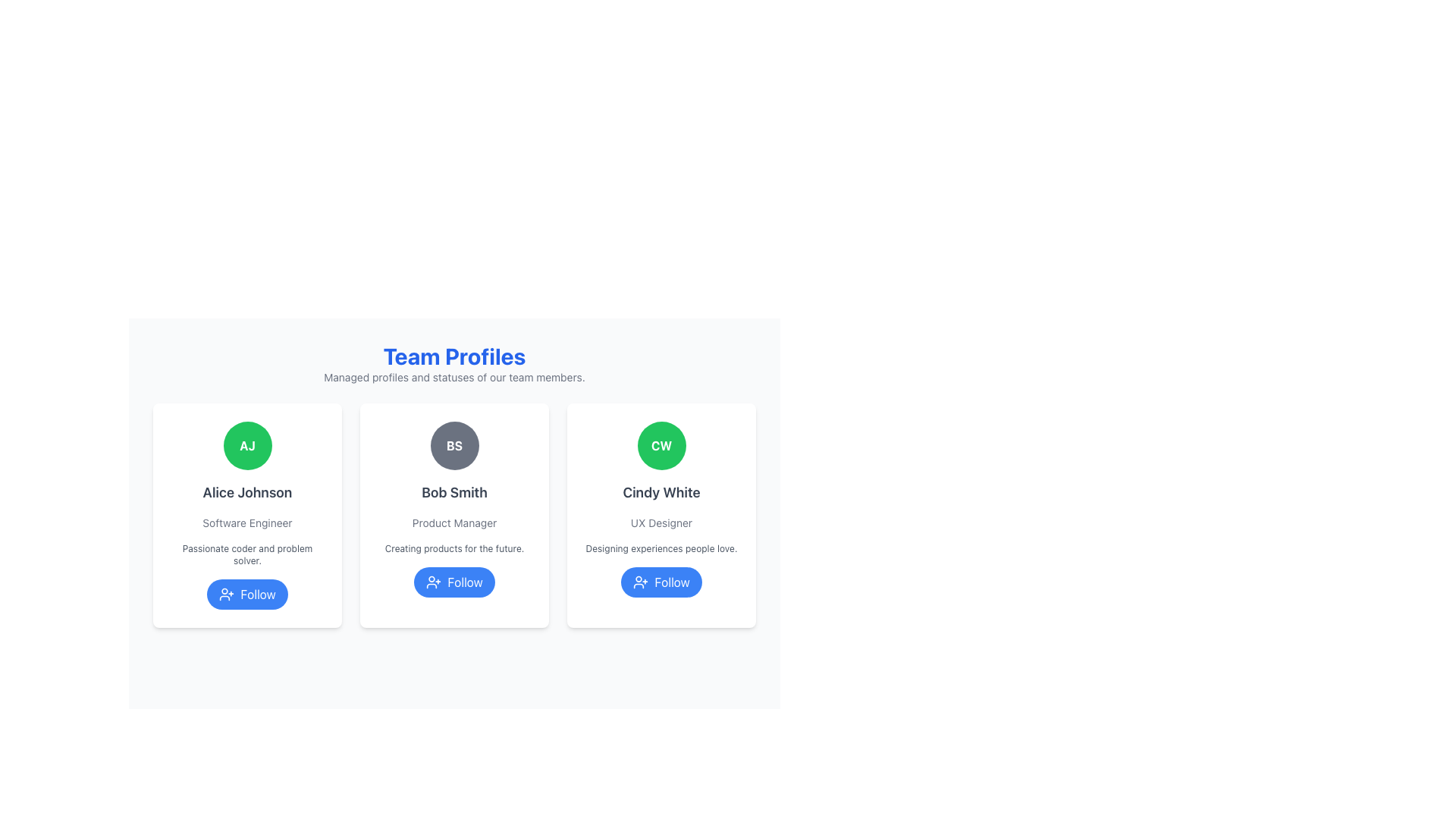  I want to click on the details of the Profile card representing Bob Smith, which is located in the 'Team Profiles' section as the second card in the row, so click(453, 504).